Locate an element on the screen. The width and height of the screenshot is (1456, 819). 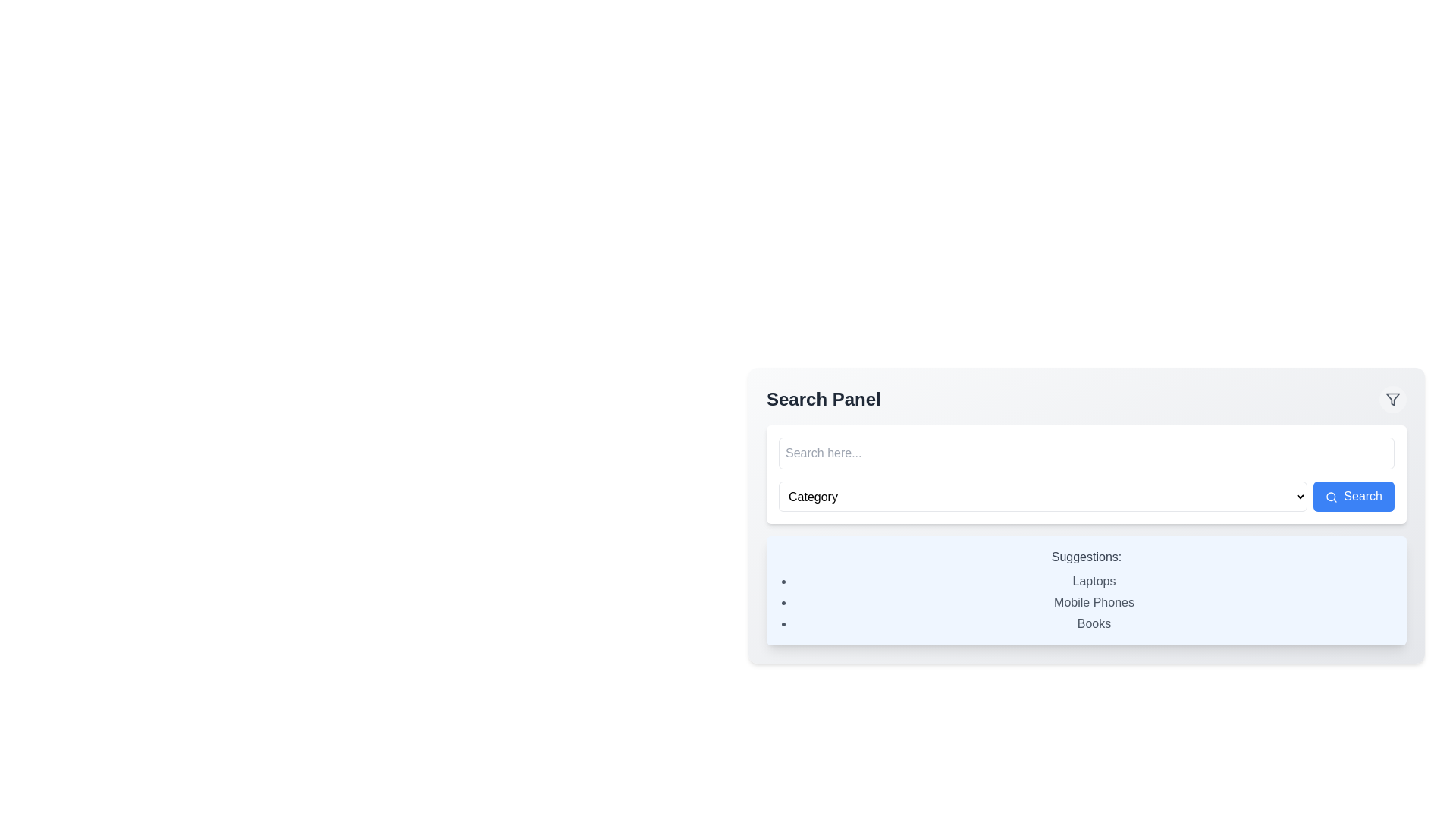
displayed text from the bullet-point list containing 'Laptops', 'Mobile Phones', and 'Books', which is located in the lower section of the 'Search Panel' below the title 'Suggestions:' is located at coordinates (1086, 601).